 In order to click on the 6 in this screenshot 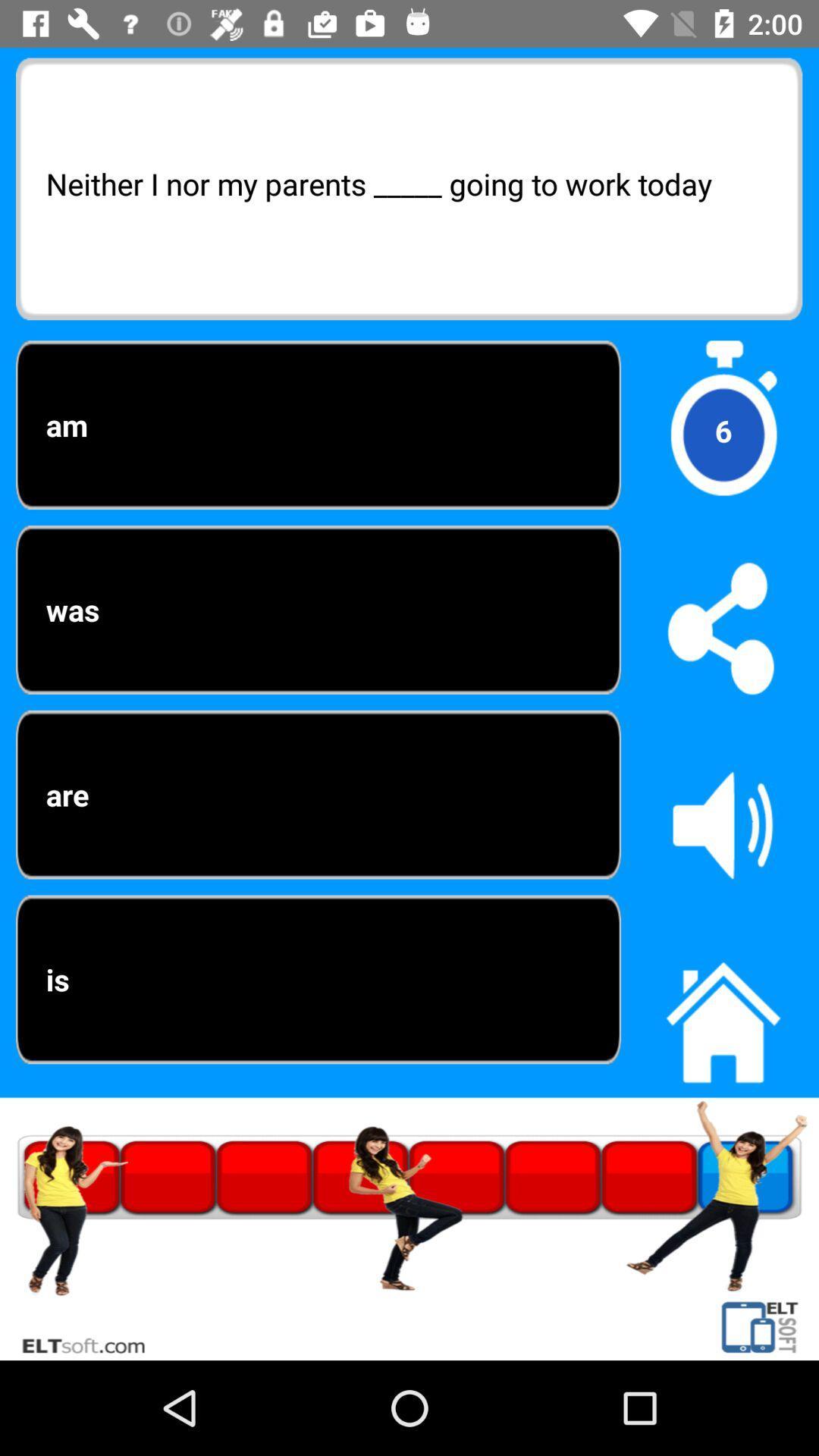, I will do `click(722, 430)`.